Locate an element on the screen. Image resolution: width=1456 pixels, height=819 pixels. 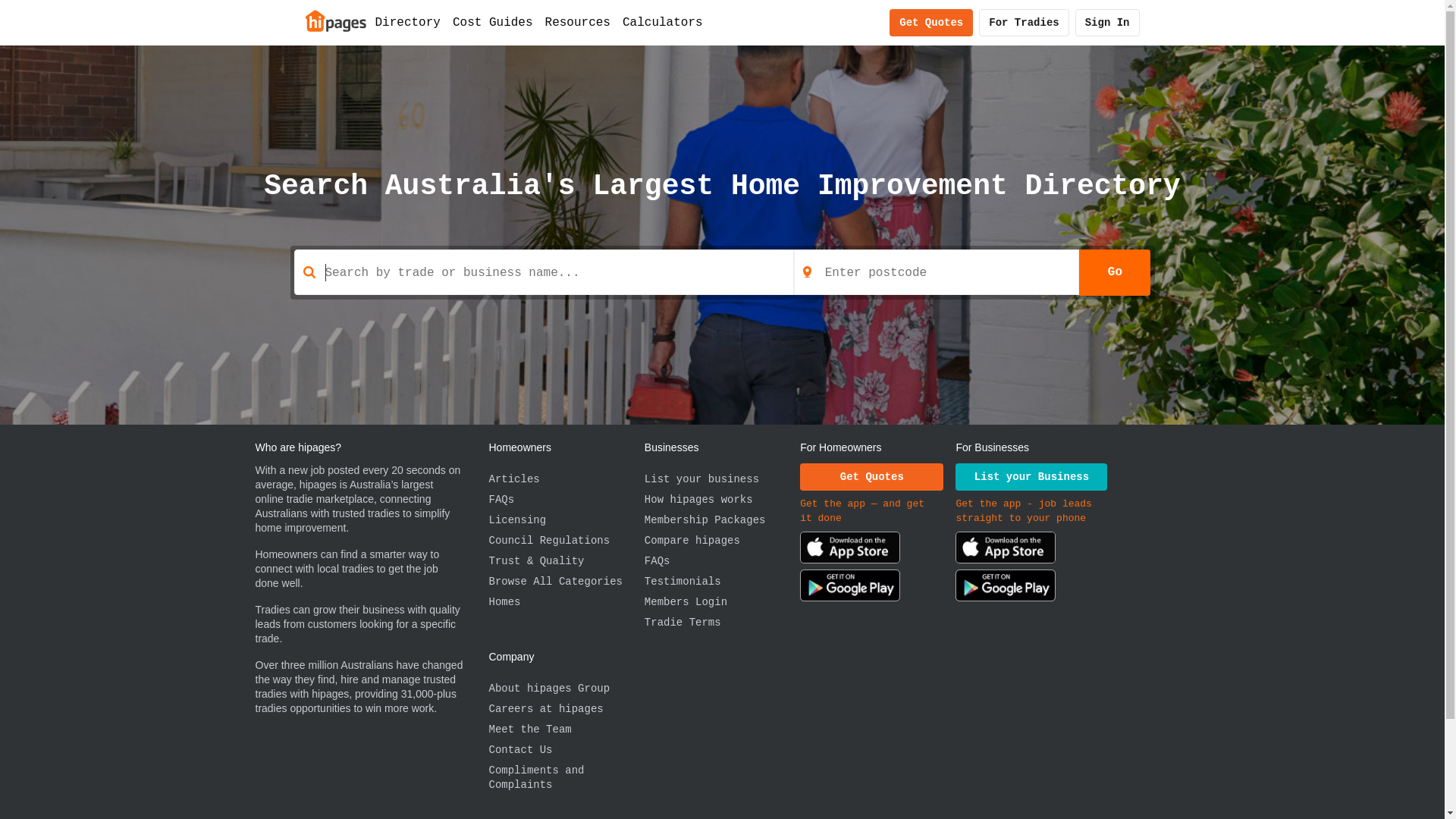
'Download the hipages app on Google Play' is located at coordinates (850, 587).